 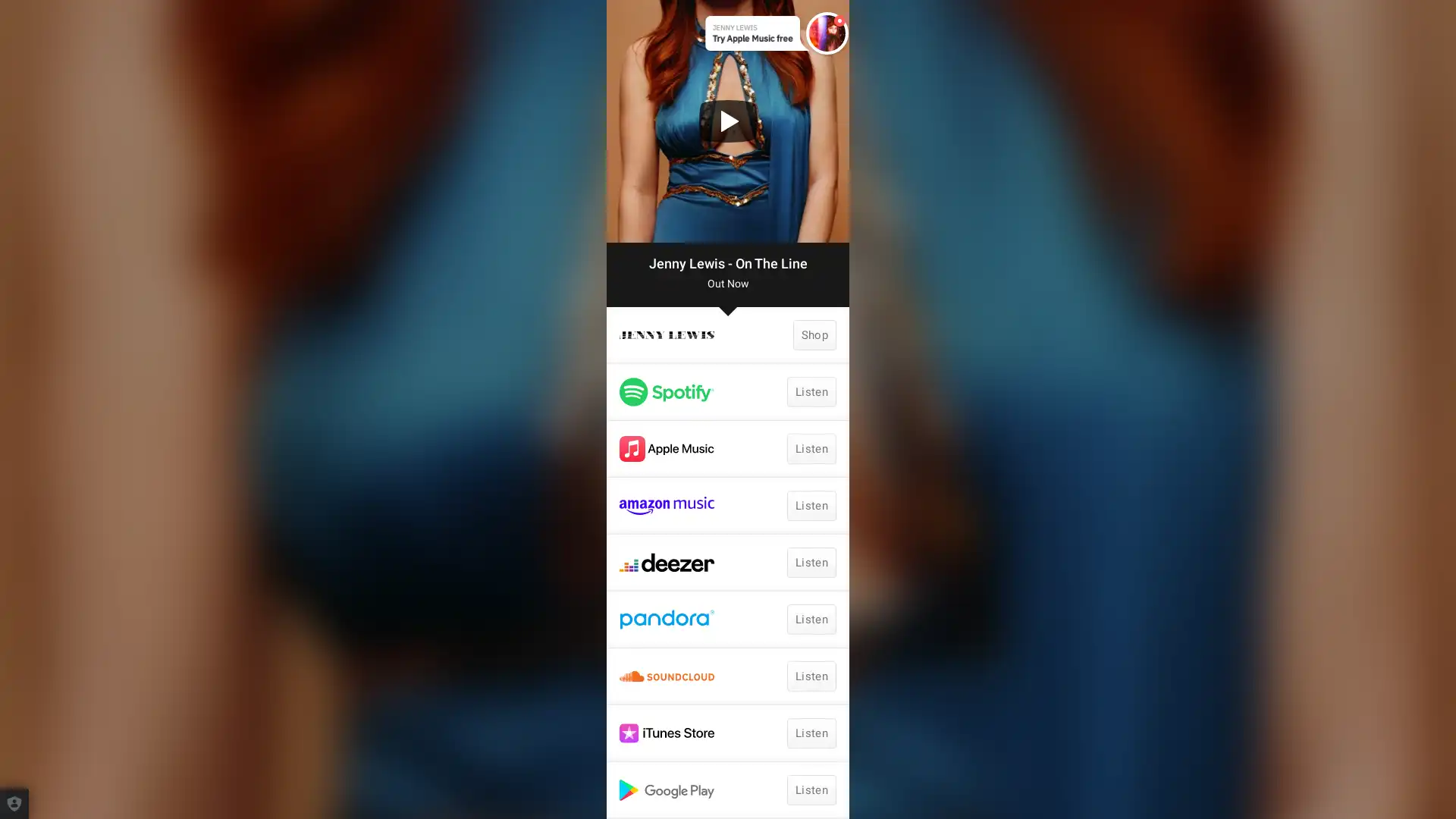 I want to click on Listen, so click(x=811, y=789).